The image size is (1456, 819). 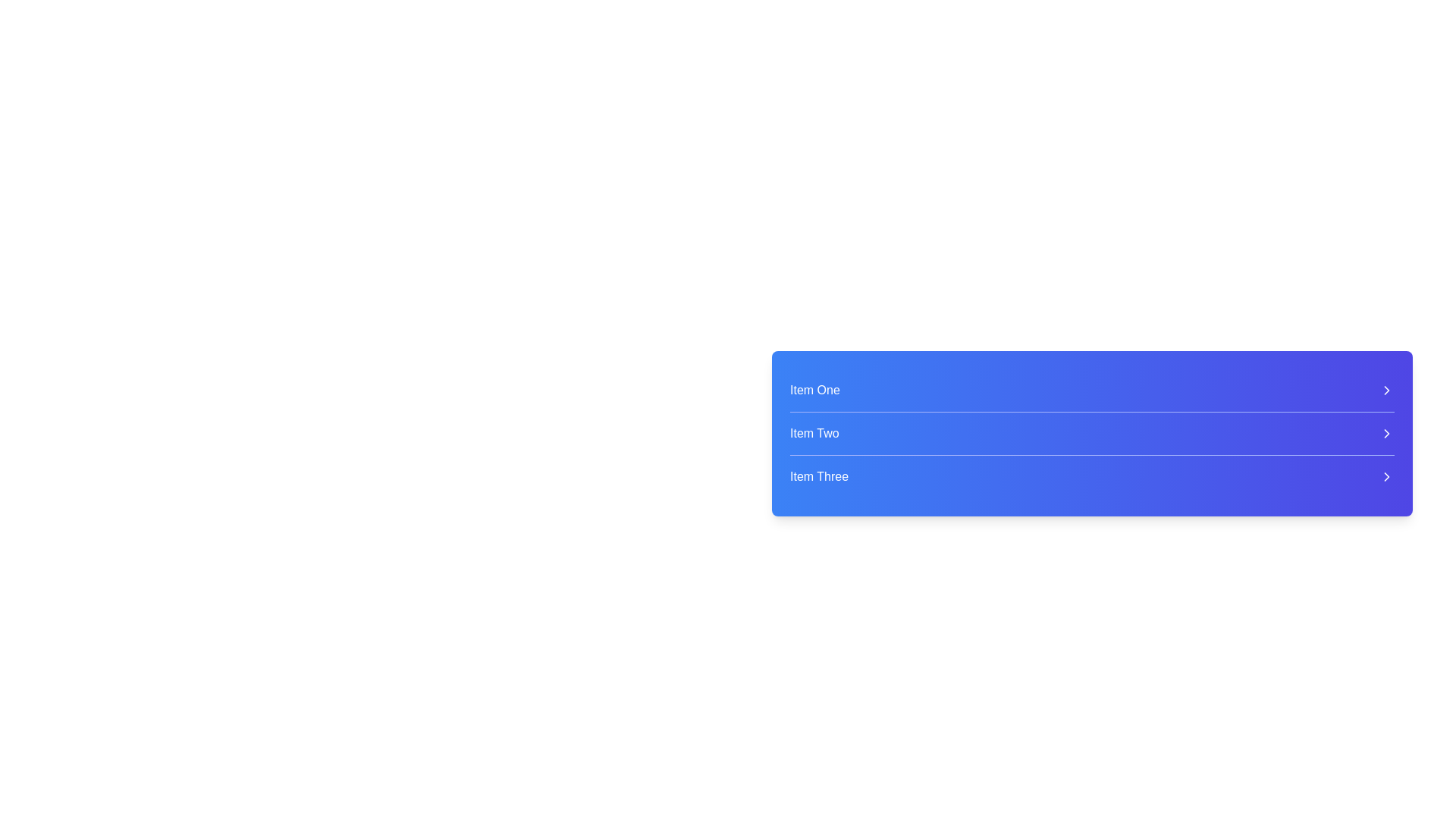 I want to click on the List Item labeled 'Item Two', so click(x=1092, y=433).